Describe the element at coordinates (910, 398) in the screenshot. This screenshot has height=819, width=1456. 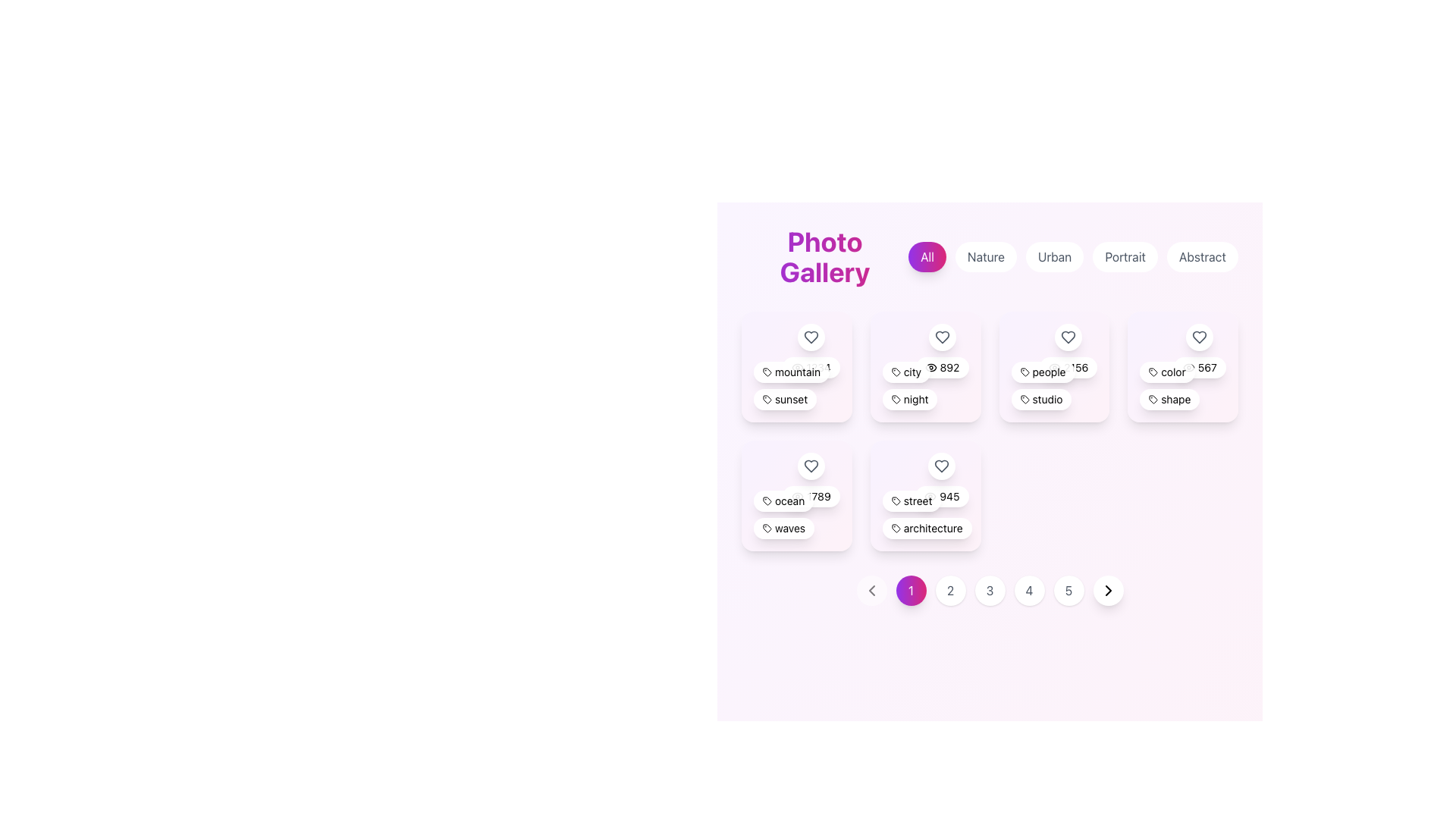
I see `the 'night' tag element, which is a small rounded rectangle with the text 'night' and a tag icon, to filter content` at that location.